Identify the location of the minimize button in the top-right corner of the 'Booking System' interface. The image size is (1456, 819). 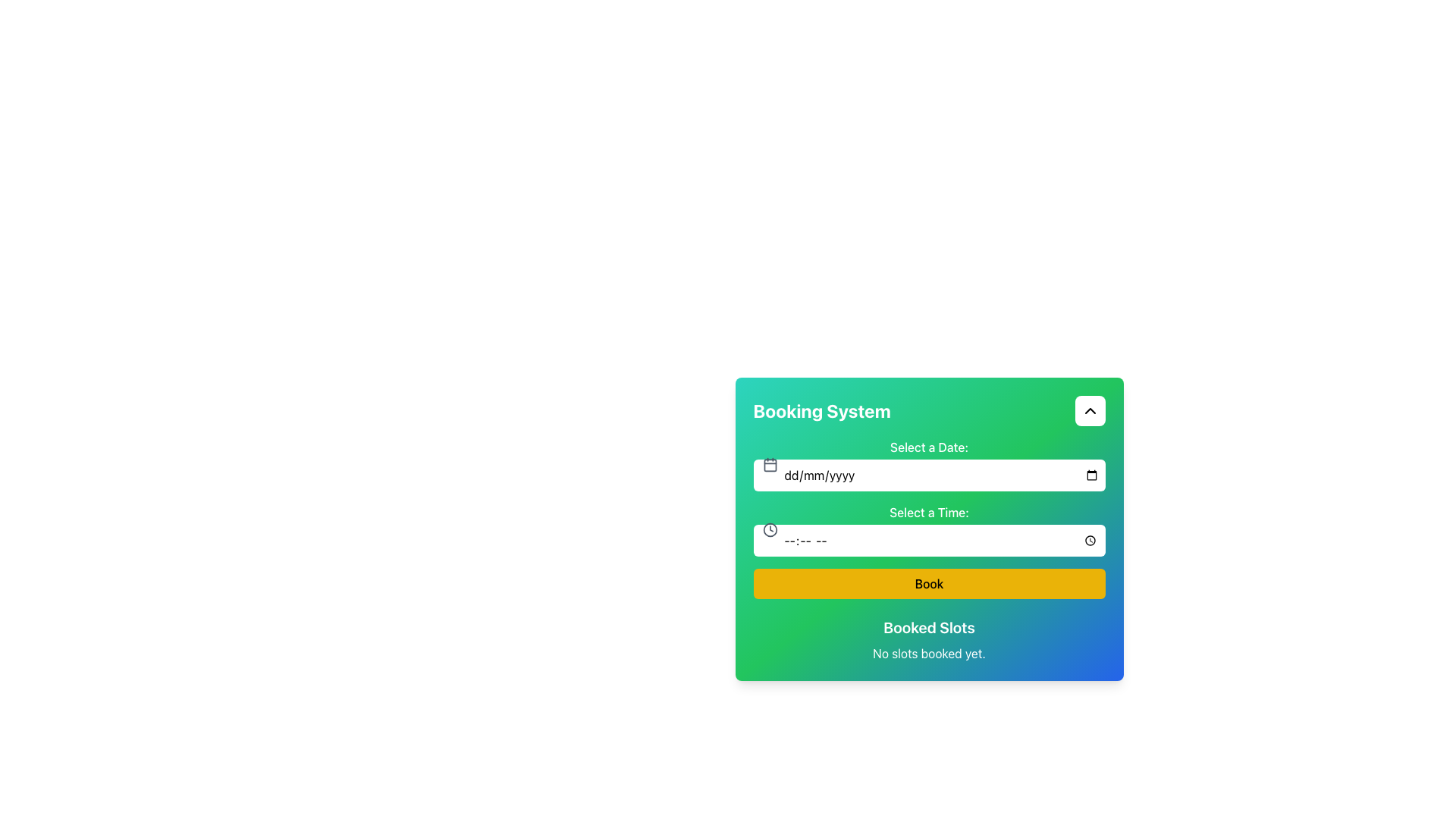
(1089, 411).